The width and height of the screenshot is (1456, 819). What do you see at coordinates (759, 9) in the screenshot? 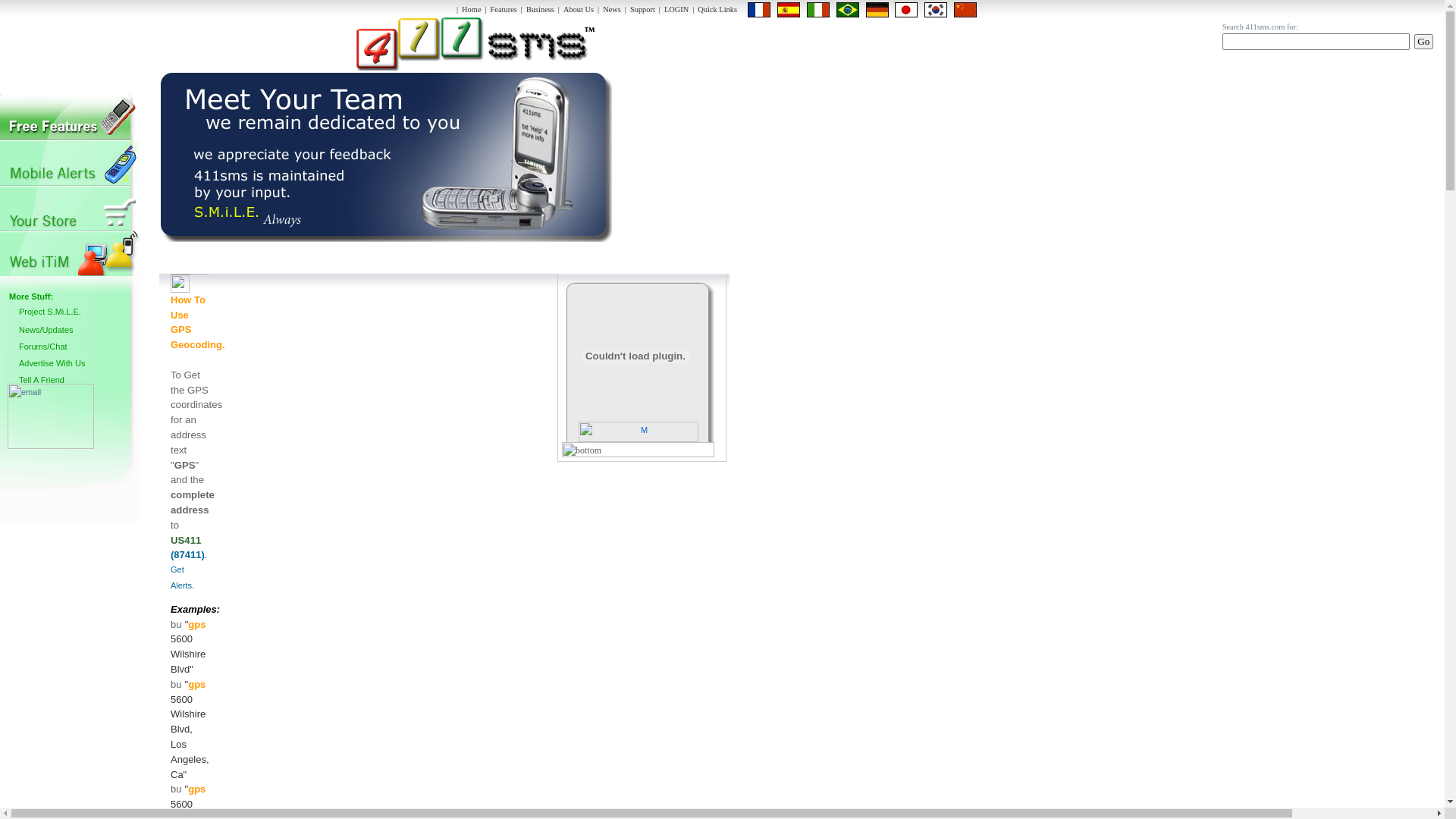
I see `'en|fr'` at bounding box center [759, 9].